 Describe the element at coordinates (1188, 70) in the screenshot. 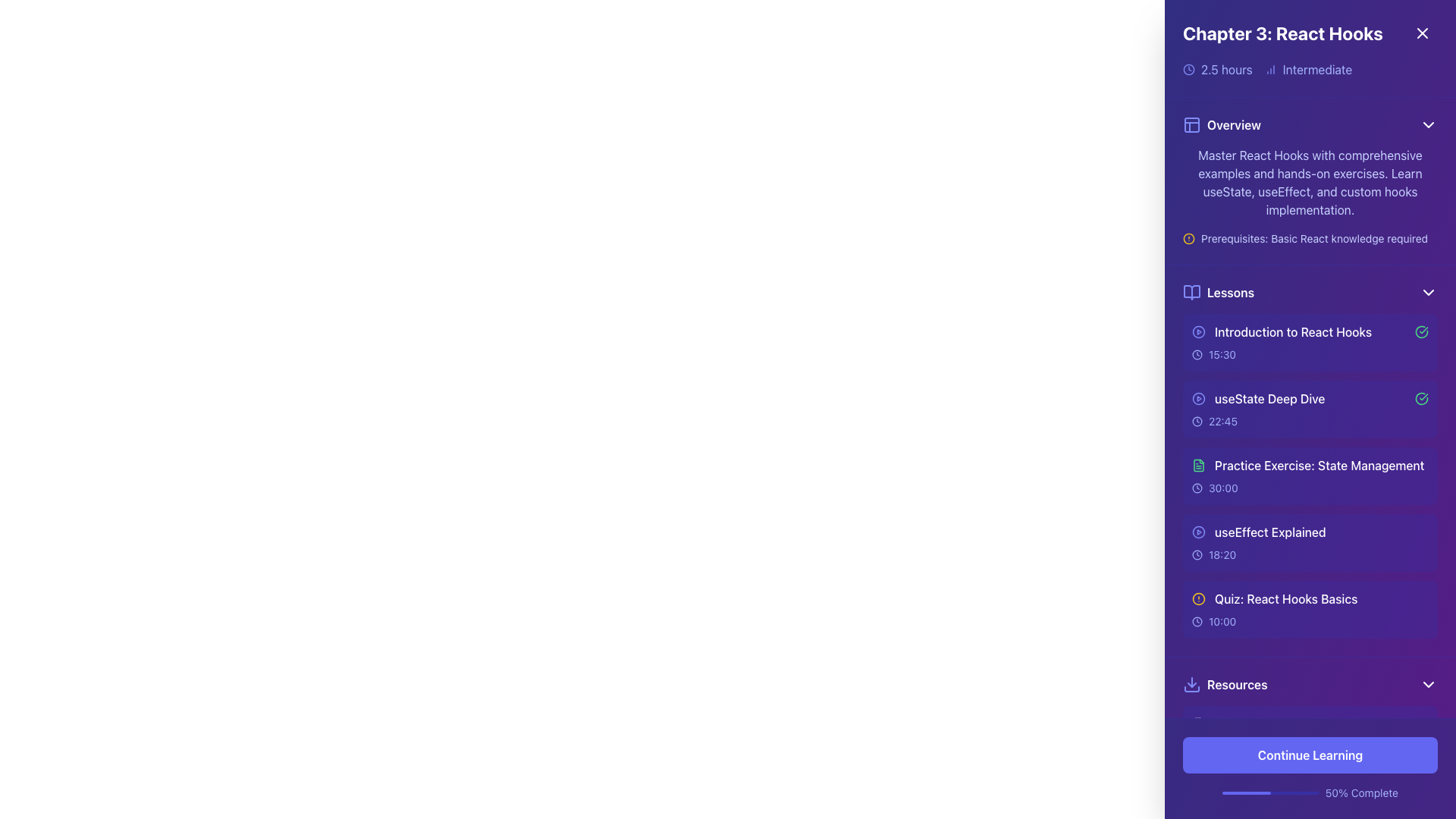

I see `the clock icon that visually indicates the time, located to the left of the text '2.5 hours'` at that location.